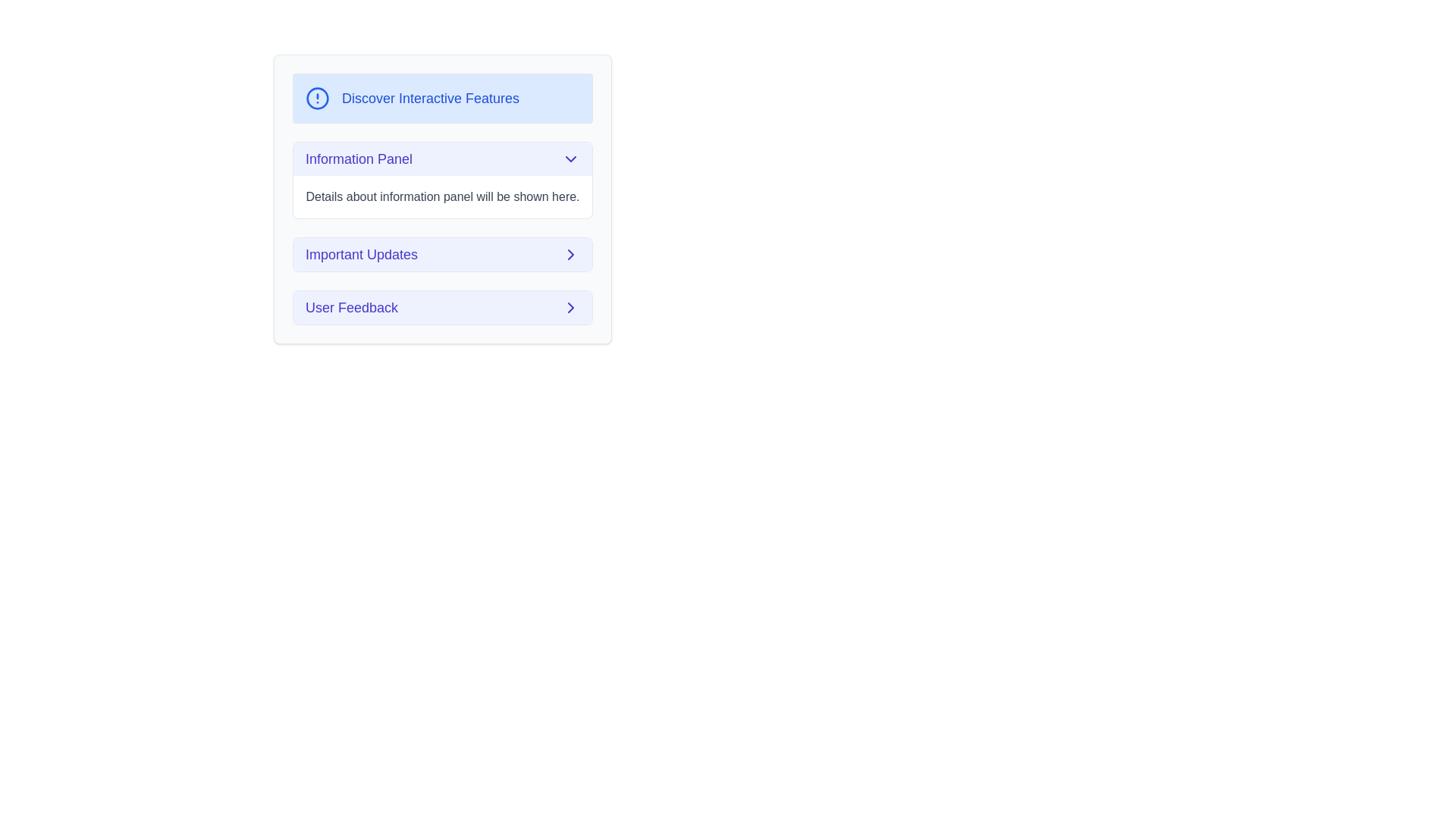 The height and width of the screenshot is (819, 1456). What do you see at coordinates (570, 253) in the screenshot?
I see `the right-facing chevron icon, which is styled in purple and located to the right of the 'Important Updates' text label` at bounding box center [570, 253].